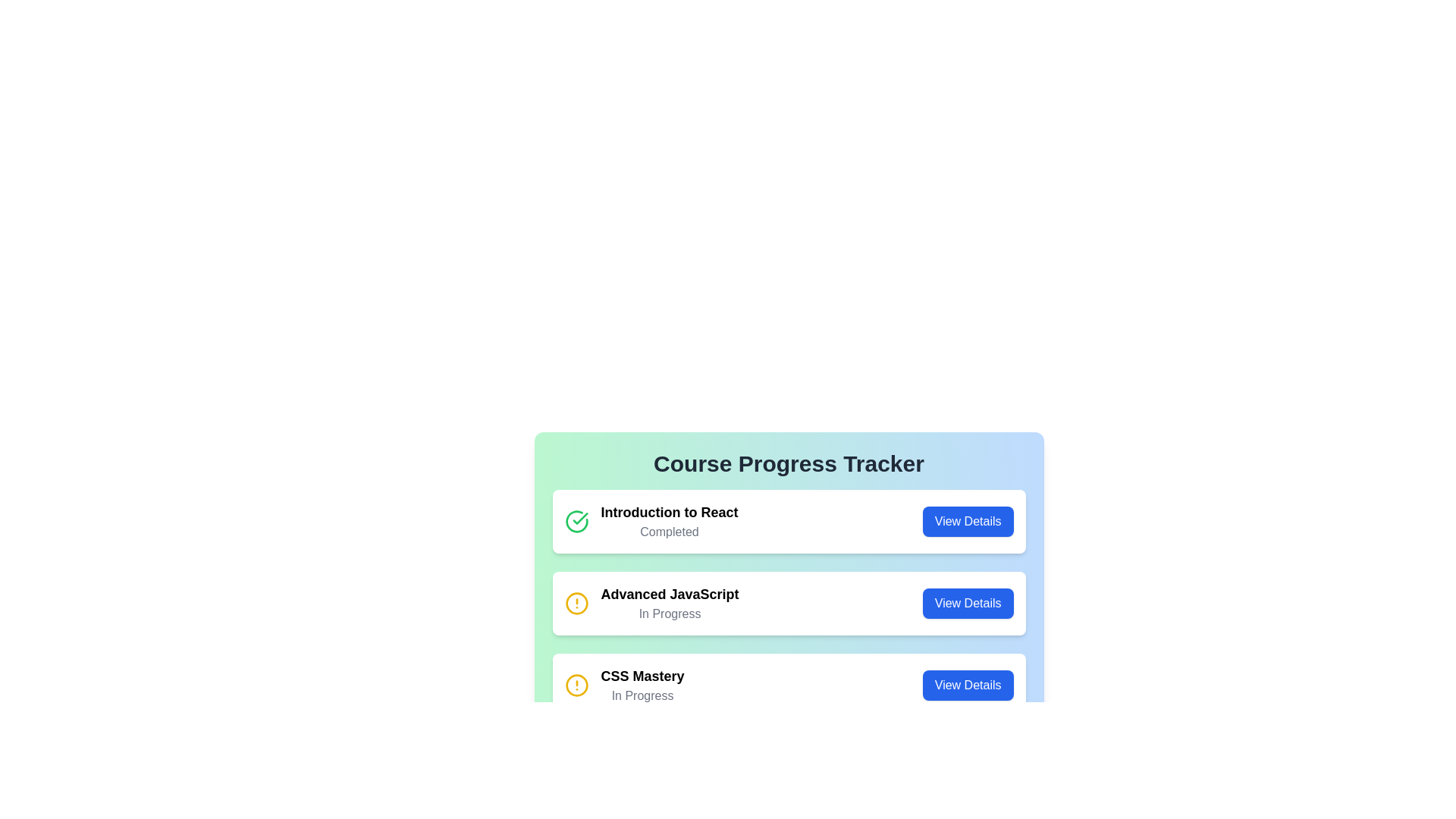 The image size is (1456, 819). What do you see at coordinates (642, 696) in the screenshot?
I see `text label that displays 'In Progress' located below the course title 'CSS Mastery' in the 'Course Progress Tracker' list` at bounding box center [642, 696].